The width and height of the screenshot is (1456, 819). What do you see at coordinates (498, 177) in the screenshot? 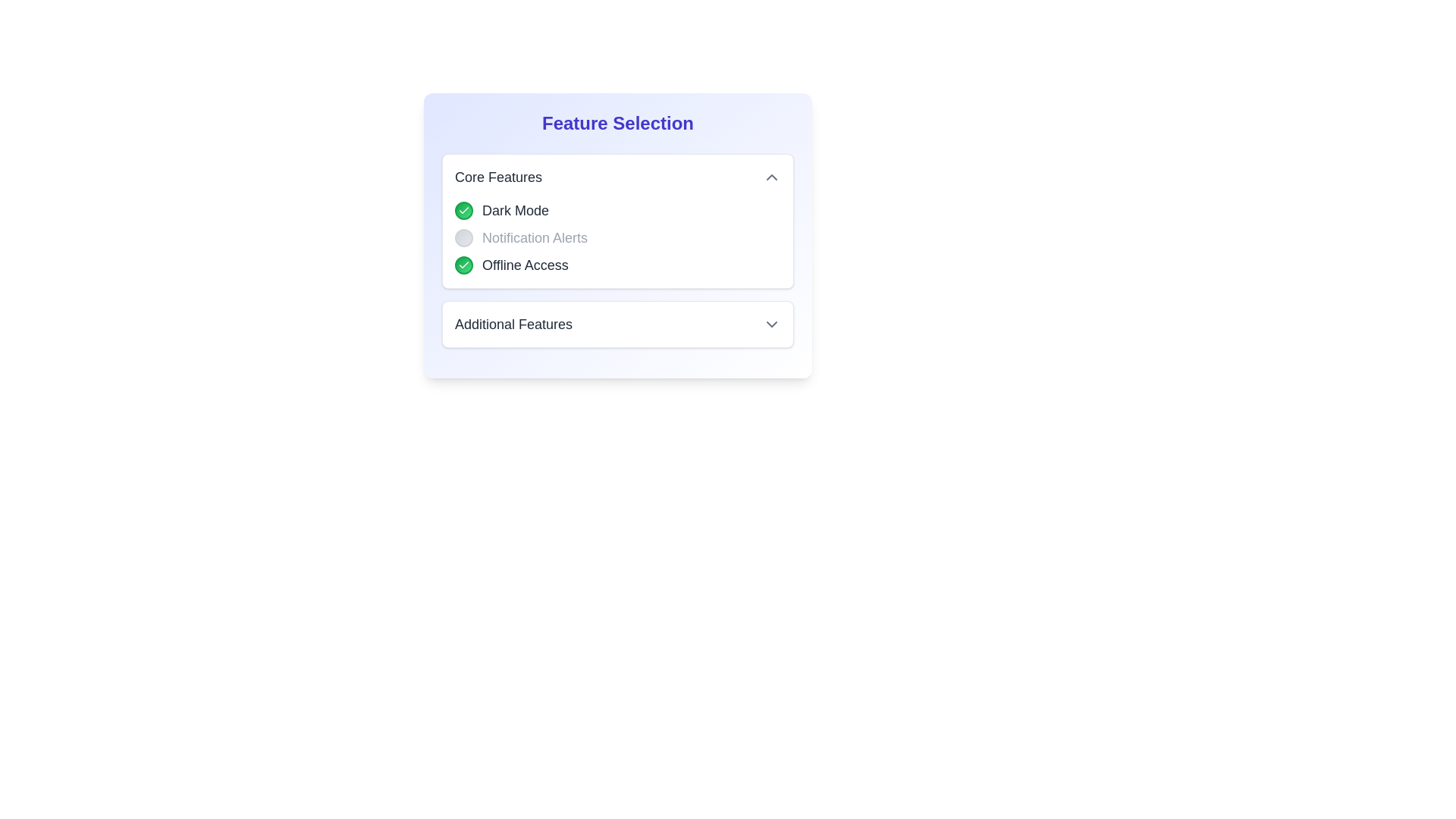
I see `the 'Core Features' static text label, which is styled as a title element in dark gray color and located at the top of an expandable content section` at bounding box center [498, 177].